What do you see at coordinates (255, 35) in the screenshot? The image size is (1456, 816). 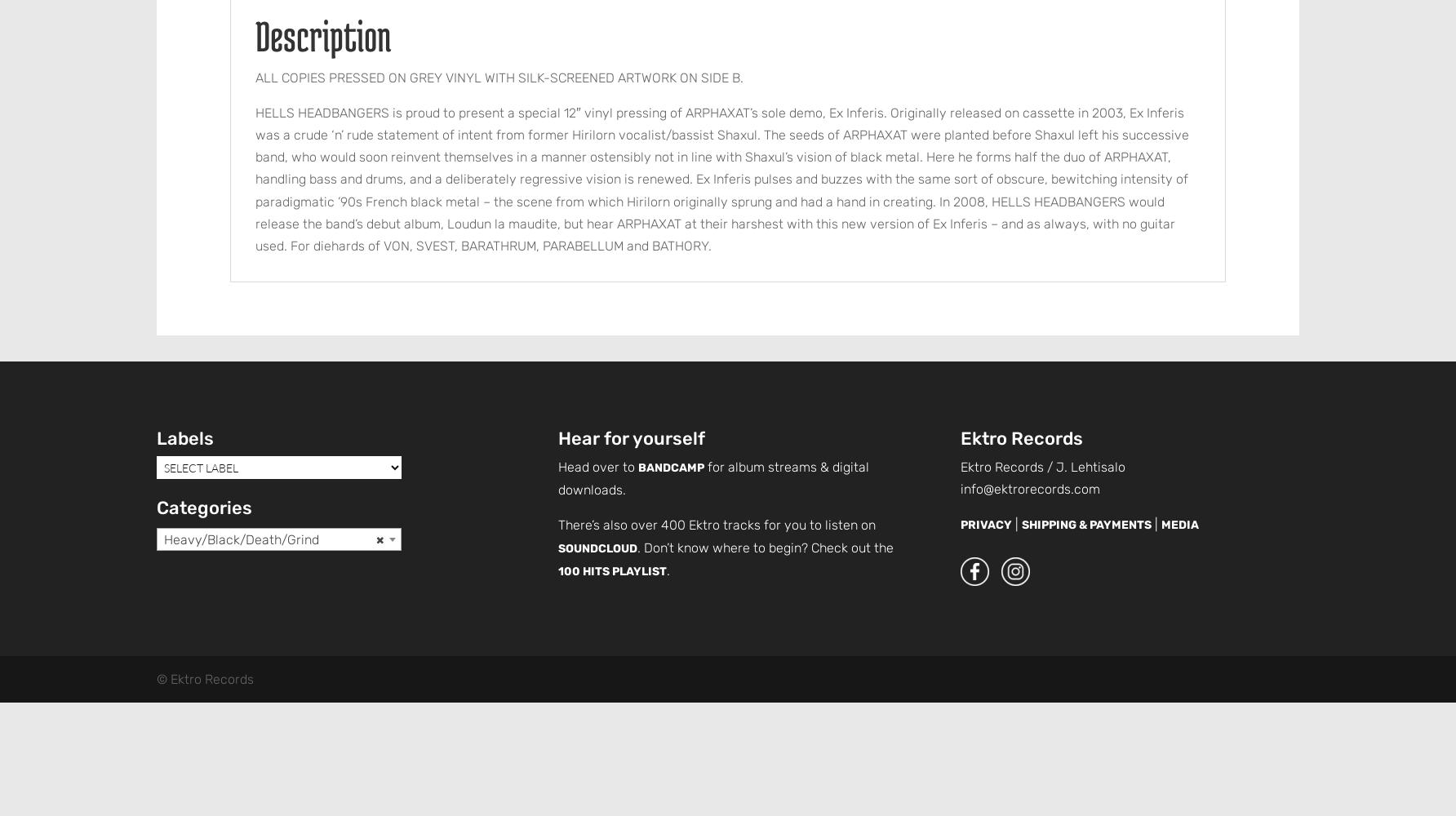 I see `'Description'` at bounding box center [255, 35].